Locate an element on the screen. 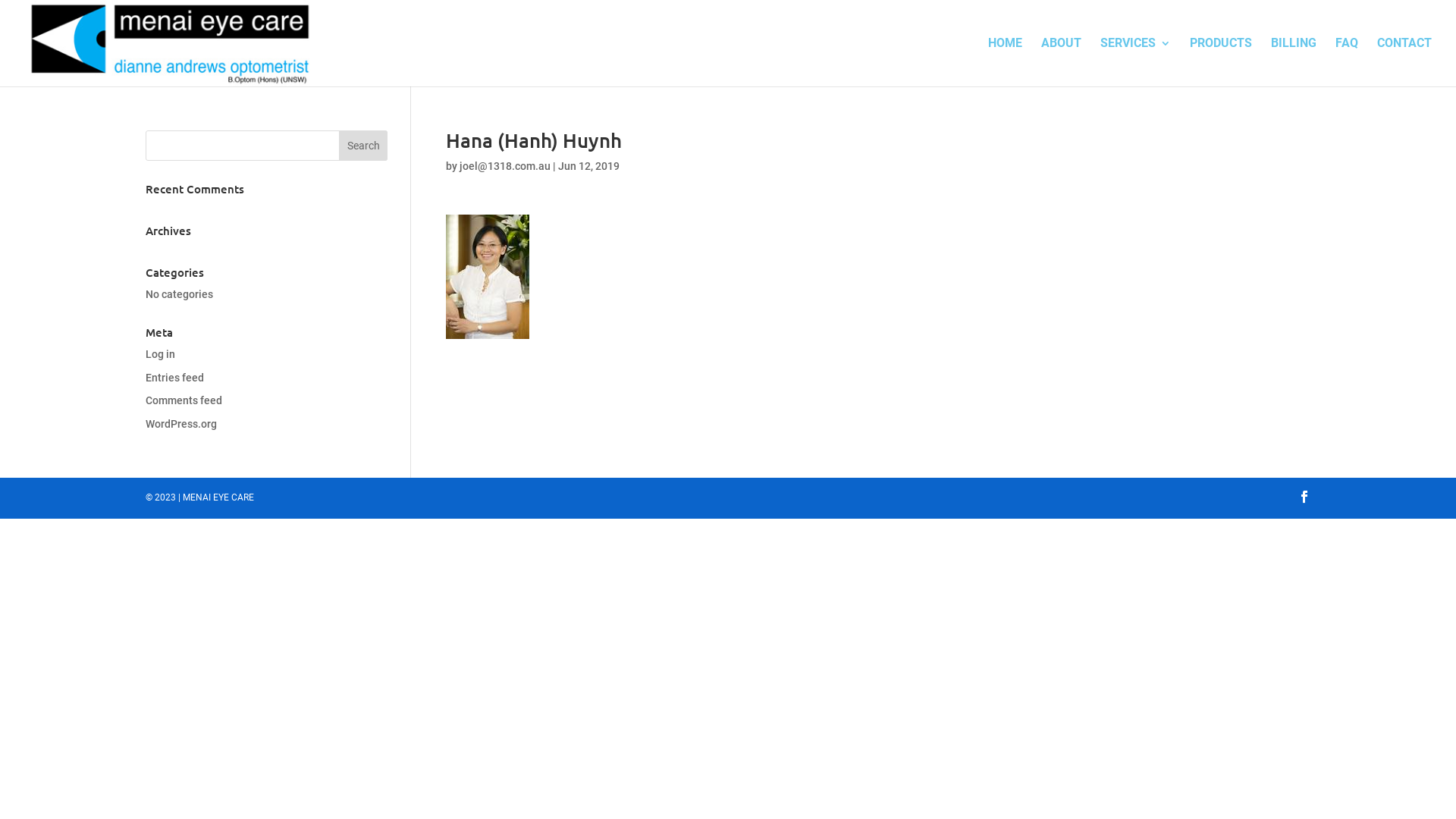 The height and width of the screenshot is (819, 1456). 'Comments feed' is located at coordinates (183, 400).